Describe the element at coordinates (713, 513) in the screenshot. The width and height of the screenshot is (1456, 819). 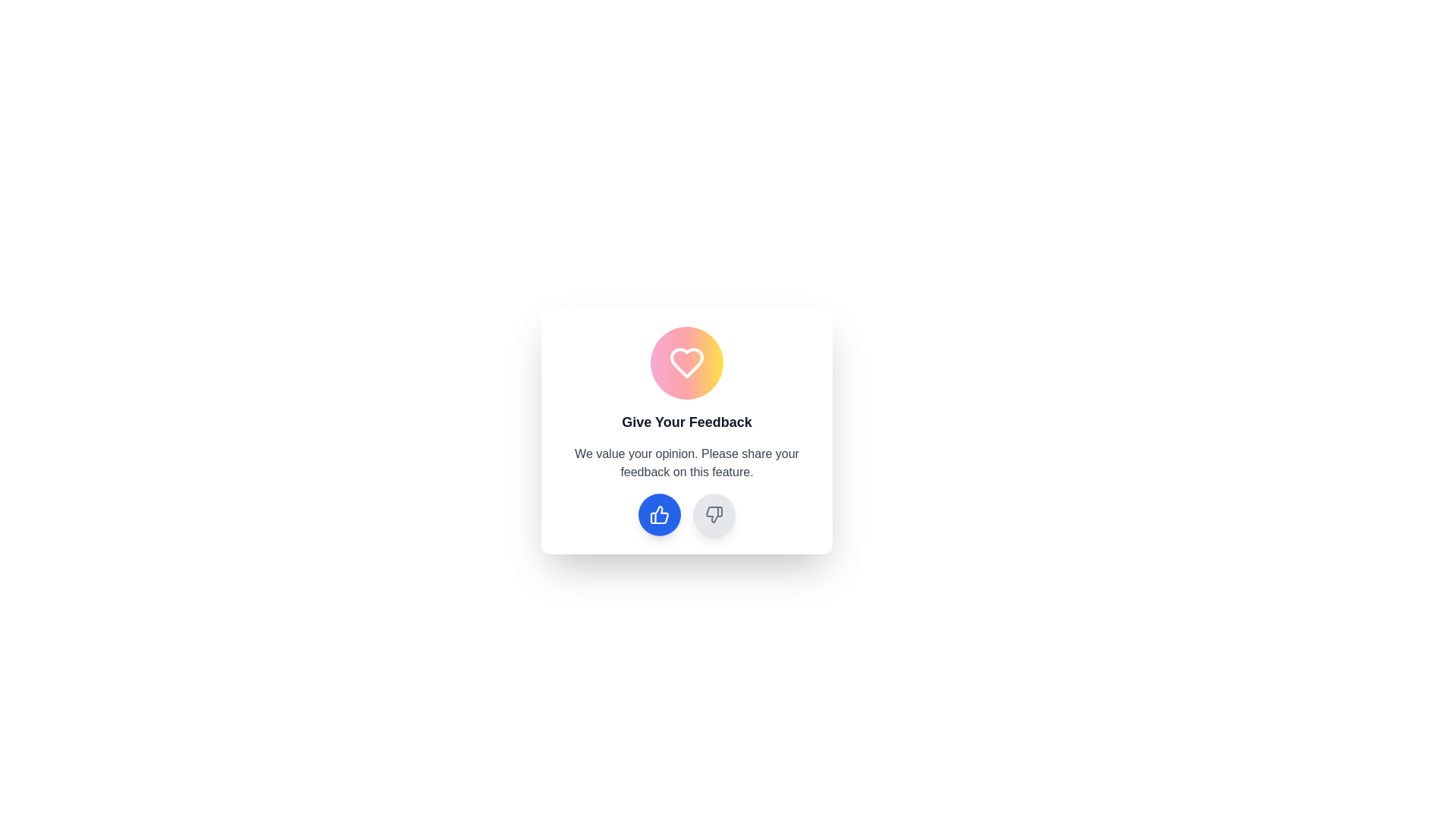
I see `the dislike SVG icon located within the circular area at the bottom-right of the feedback card` at that location.